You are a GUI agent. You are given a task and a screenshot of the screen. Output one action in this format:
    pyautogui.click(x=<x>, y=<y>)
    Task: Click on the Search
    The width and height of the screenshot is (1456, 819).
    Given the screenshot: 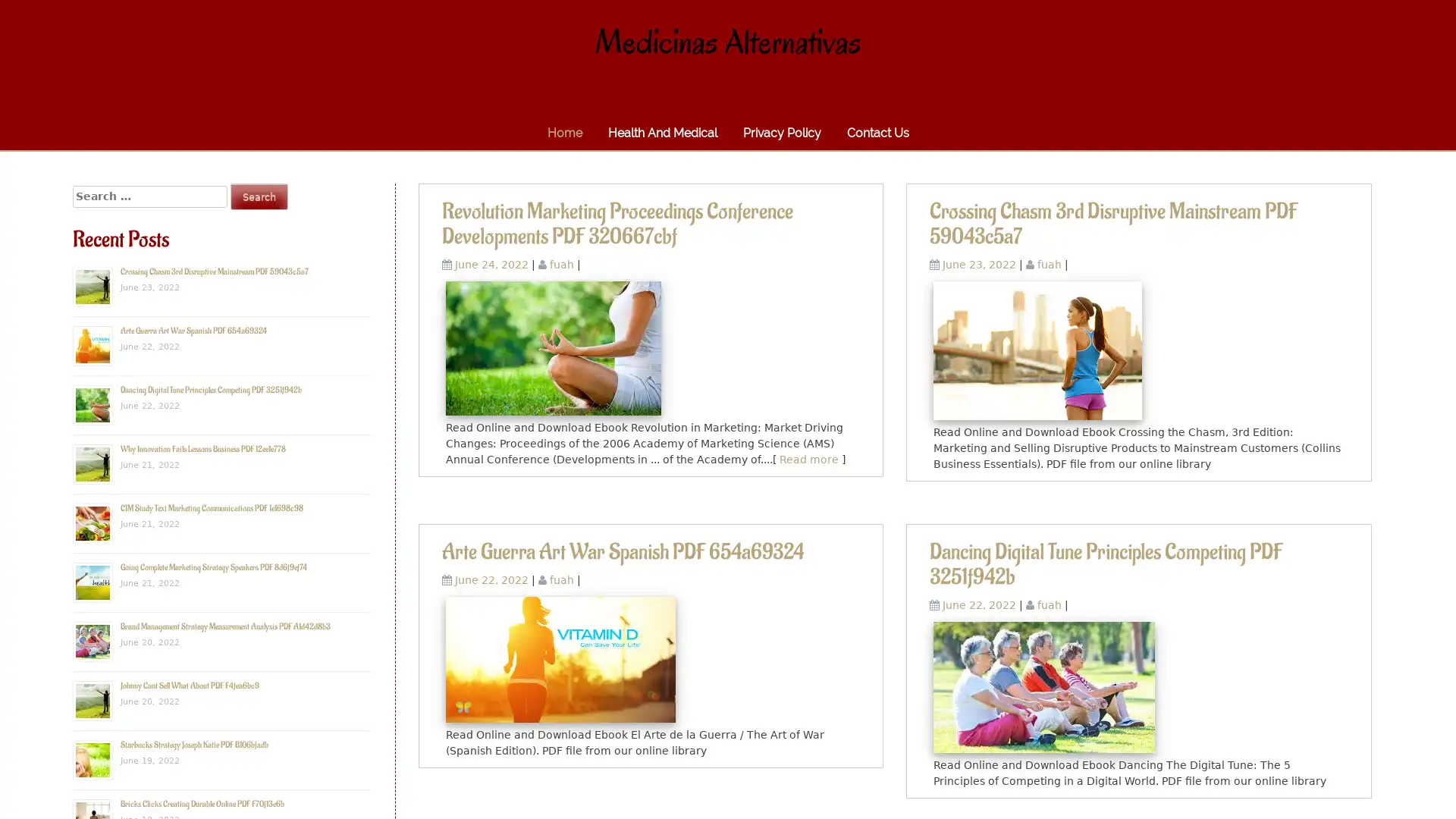 What is the action you would take?
    pyautogui.click(x=259, y=196)
    